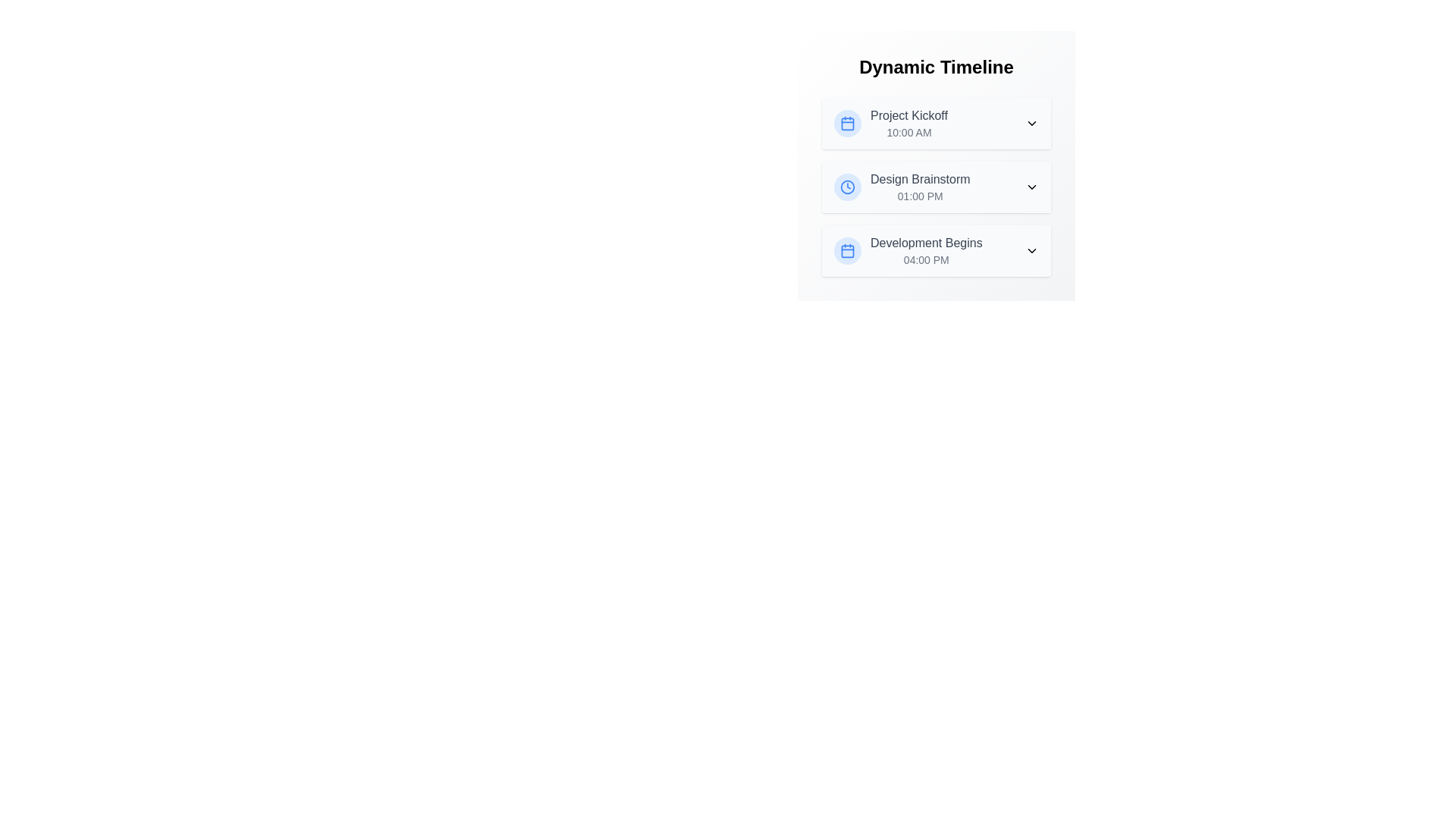  Describe the element at coordinates (1031, 186) in the screenshot. I see `the Dropdown toggle icon represented by a downward-pointing chevron located at the far-right of the 'Design Brainstorm 01:00 PM' list item` at that location.